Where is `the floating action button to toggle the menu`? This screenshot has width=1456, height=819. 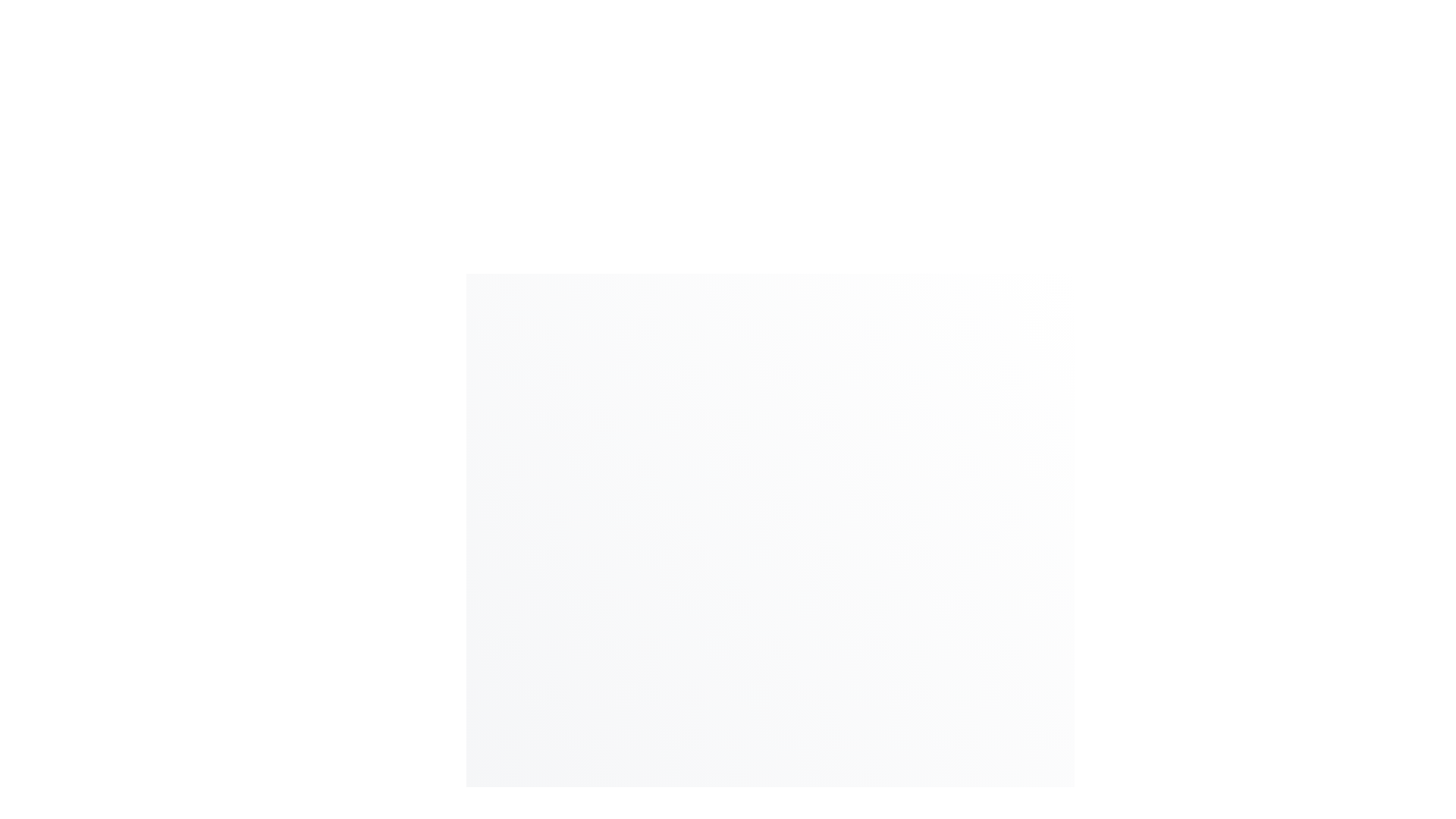
the floating action button to toggle the menu is located at coordinates (959, 816).